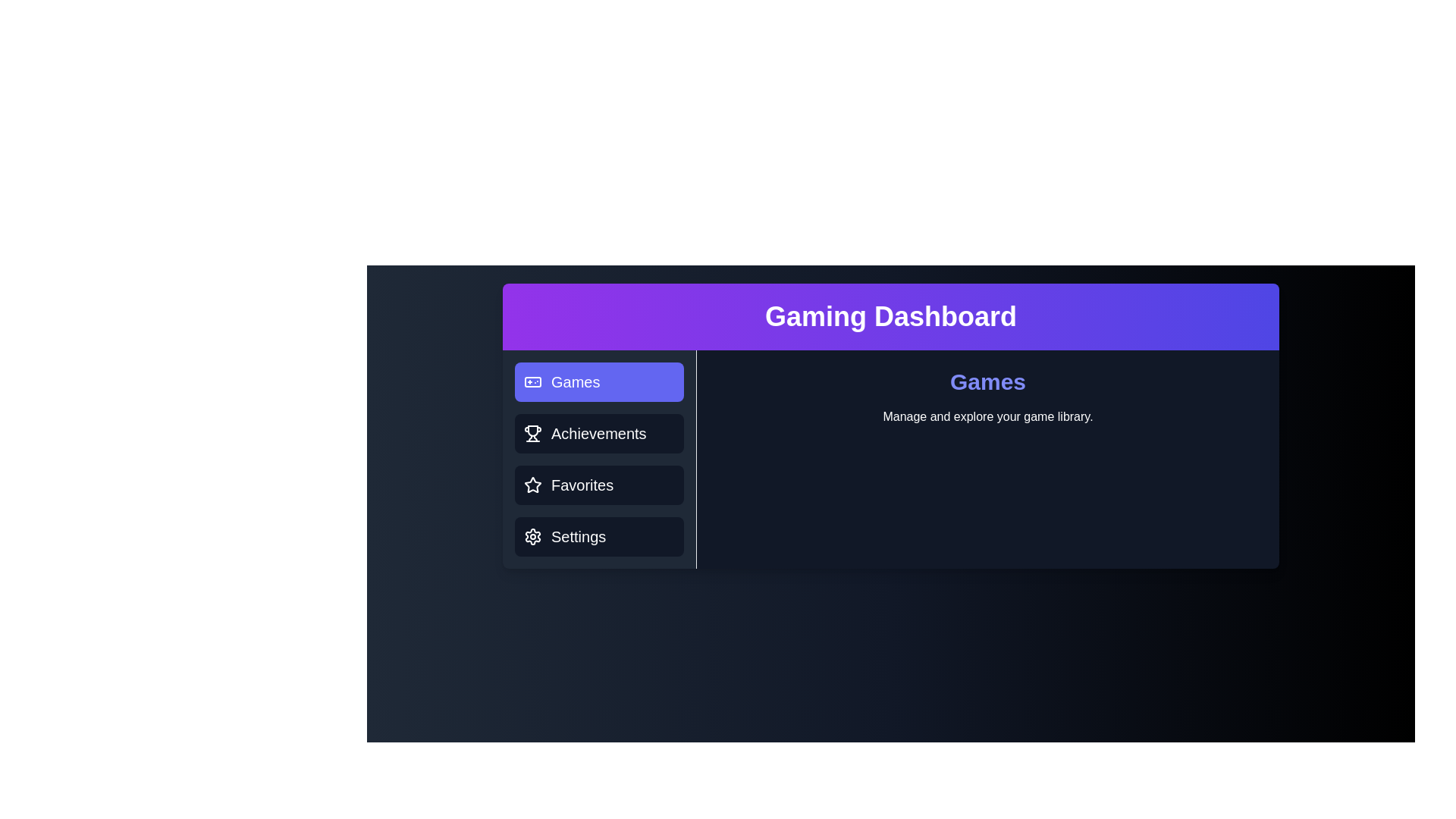 The image size is (1456, 819). Describe the element at coordinates (598, 485) in the screenshot. I see `the Favorites tab to switch the active view` at that location.